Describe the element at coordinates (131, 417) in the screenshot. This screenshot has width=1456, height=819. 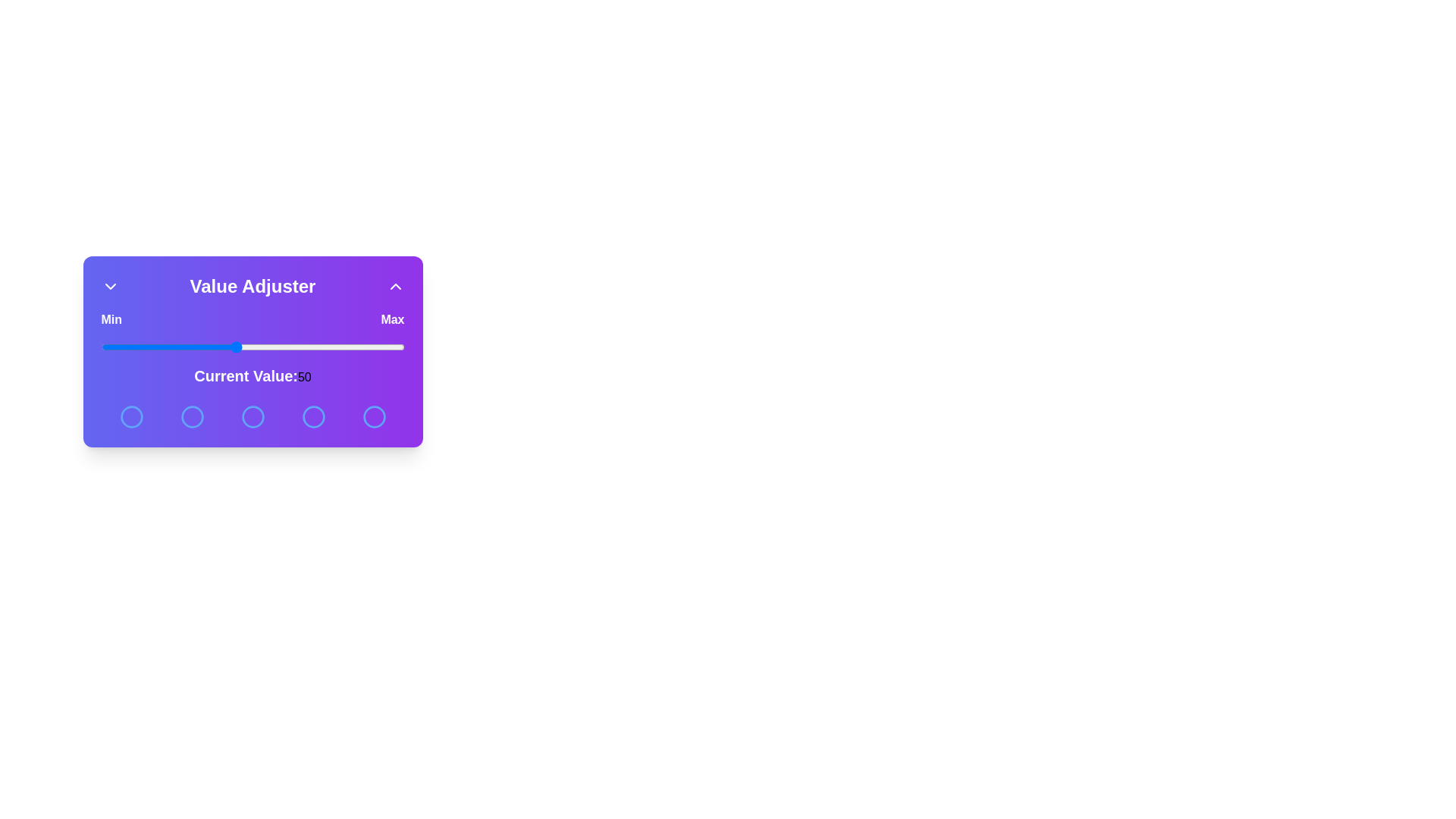
I see `the circular button corresponding to 1` at that location.